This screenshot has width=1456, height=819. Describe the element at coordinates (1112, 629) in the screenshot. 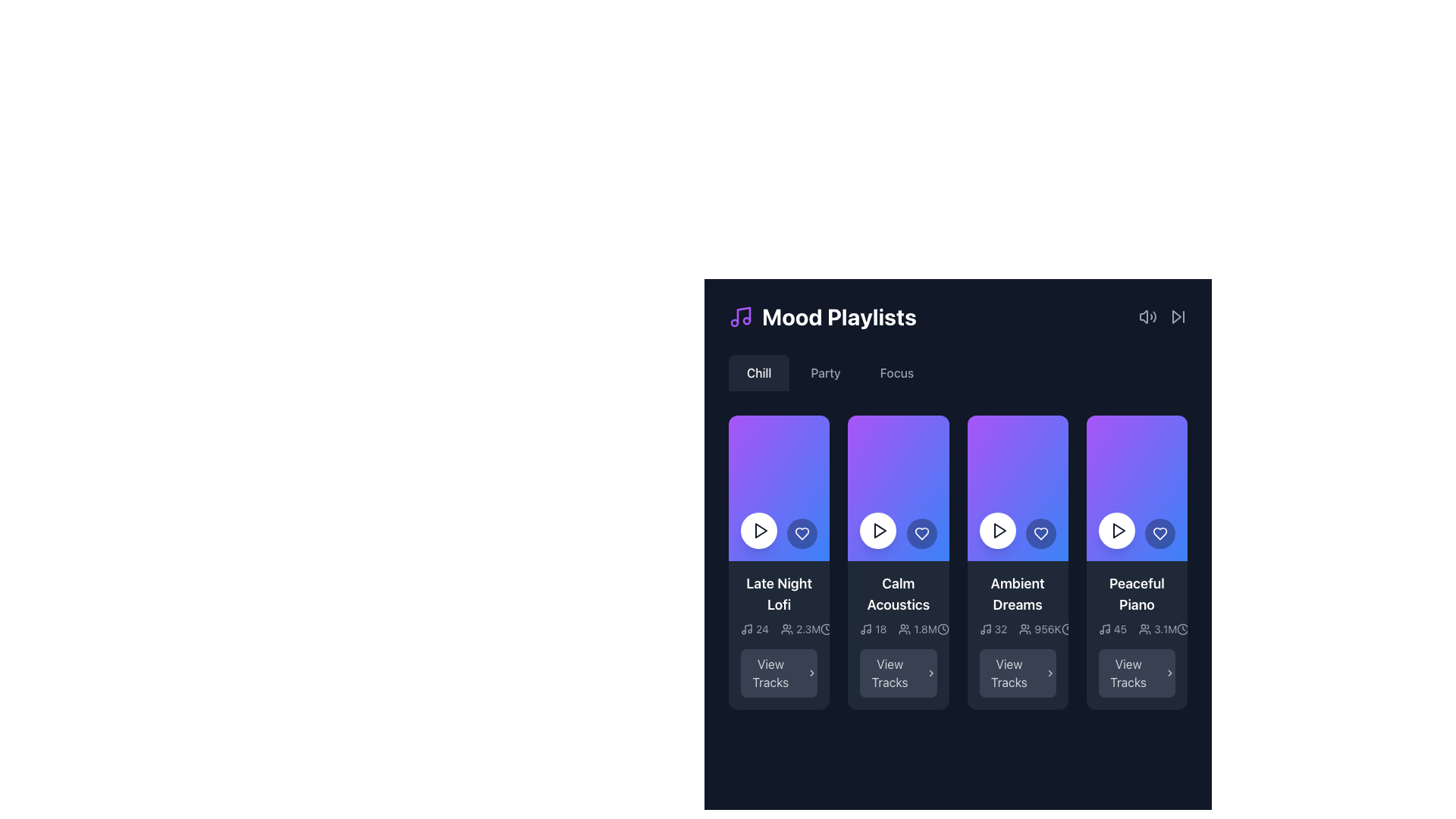

I see `the area surrounding the icon and text pair that displays the number of tracks in the 'Peaceful Piano' playlist for related actions` at that location.